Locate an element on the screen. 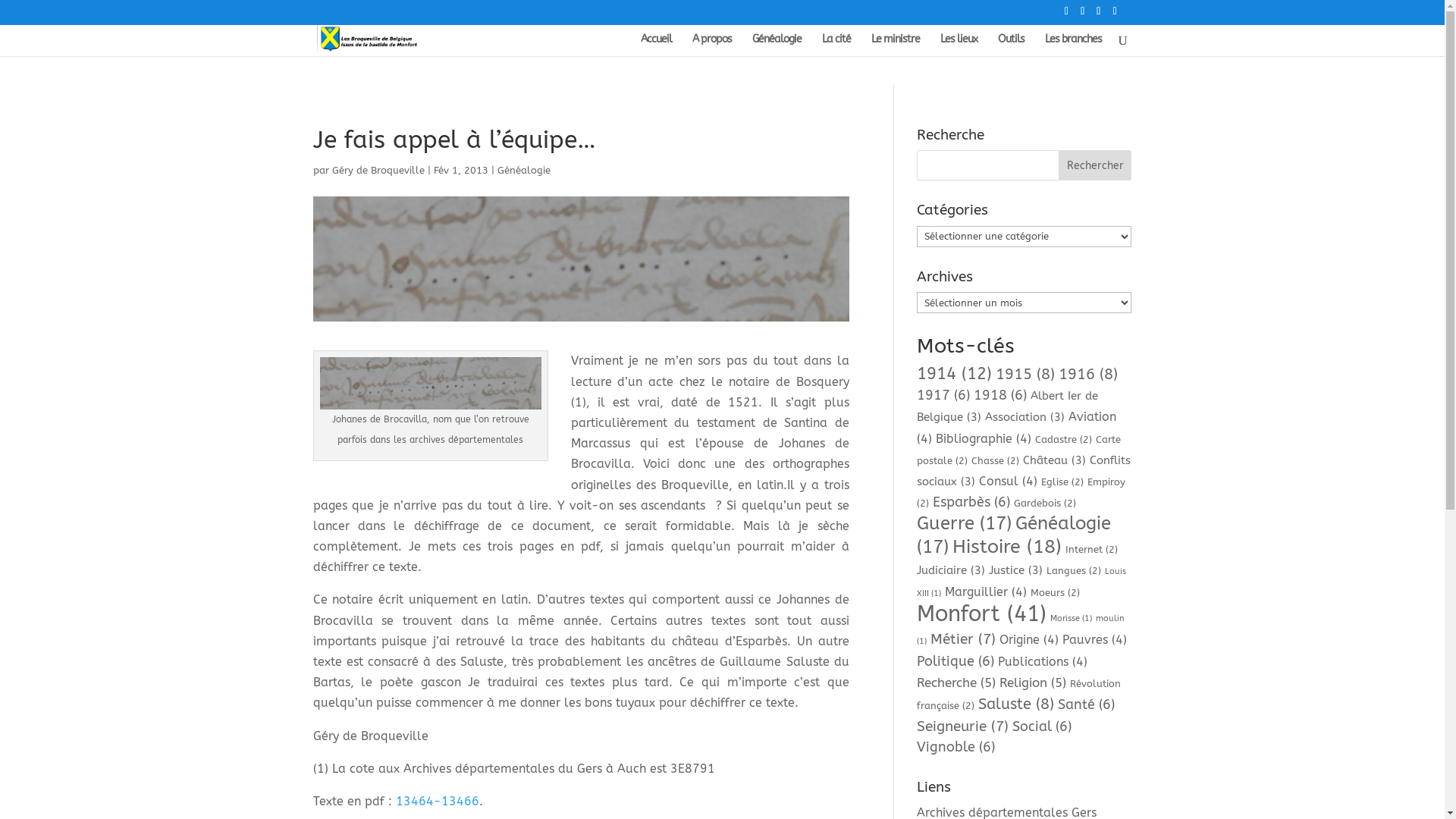 The width and height of the screenshot is (1456, 819). 'Histoire (18)' is located at coordinates (1007, 546).